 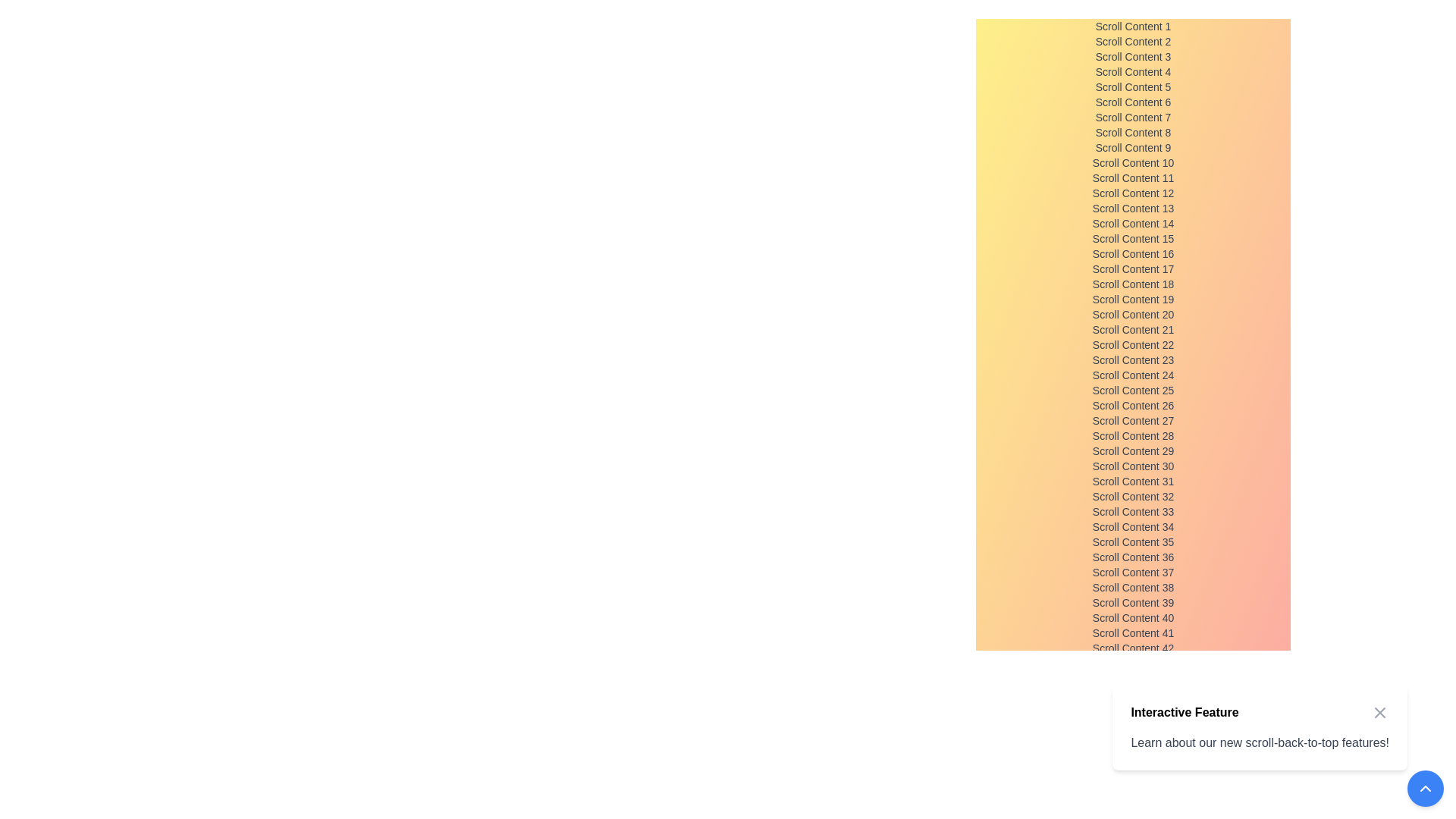 What do you see at coordinates (1133, 253) in the screenshot?
I see `the static text element displaying 'Scroll Content 16', which is styled in gray and is the 16th item in the vertical list` at bounding box center [1133, 253].